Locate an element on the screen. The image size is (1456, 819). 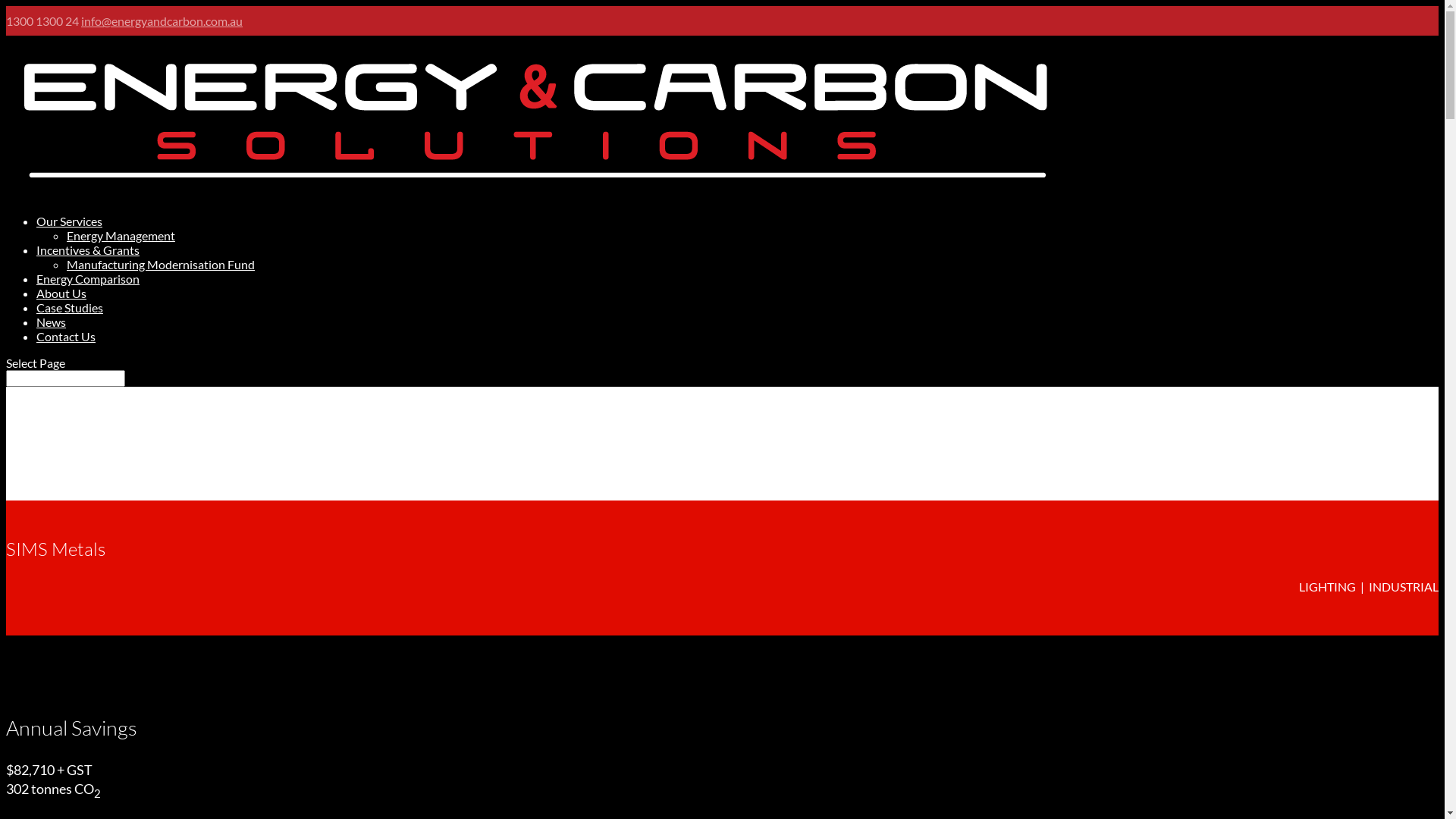
'News' is located at coordinates (51, 321).